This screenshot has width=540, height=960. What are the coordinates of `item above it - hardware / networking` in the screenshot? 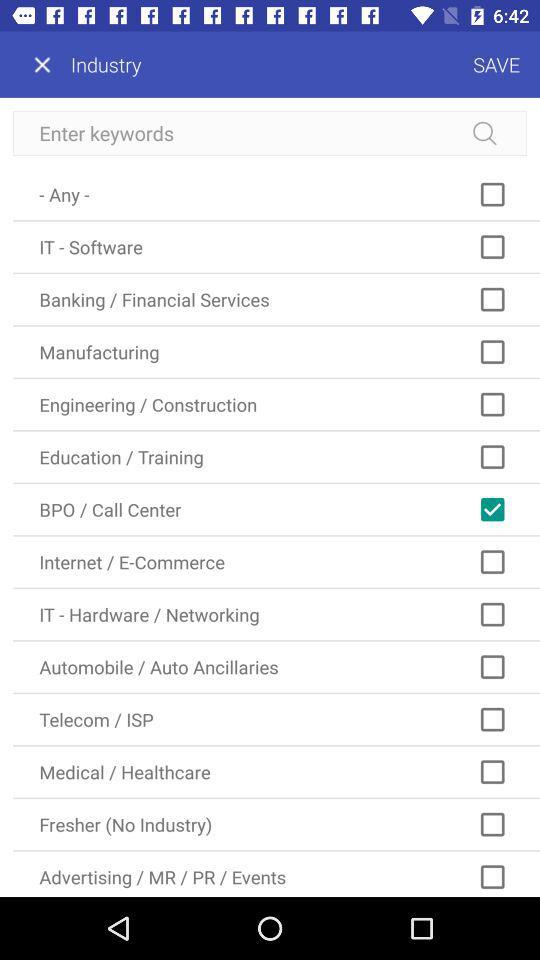 It's located at (275, 562).